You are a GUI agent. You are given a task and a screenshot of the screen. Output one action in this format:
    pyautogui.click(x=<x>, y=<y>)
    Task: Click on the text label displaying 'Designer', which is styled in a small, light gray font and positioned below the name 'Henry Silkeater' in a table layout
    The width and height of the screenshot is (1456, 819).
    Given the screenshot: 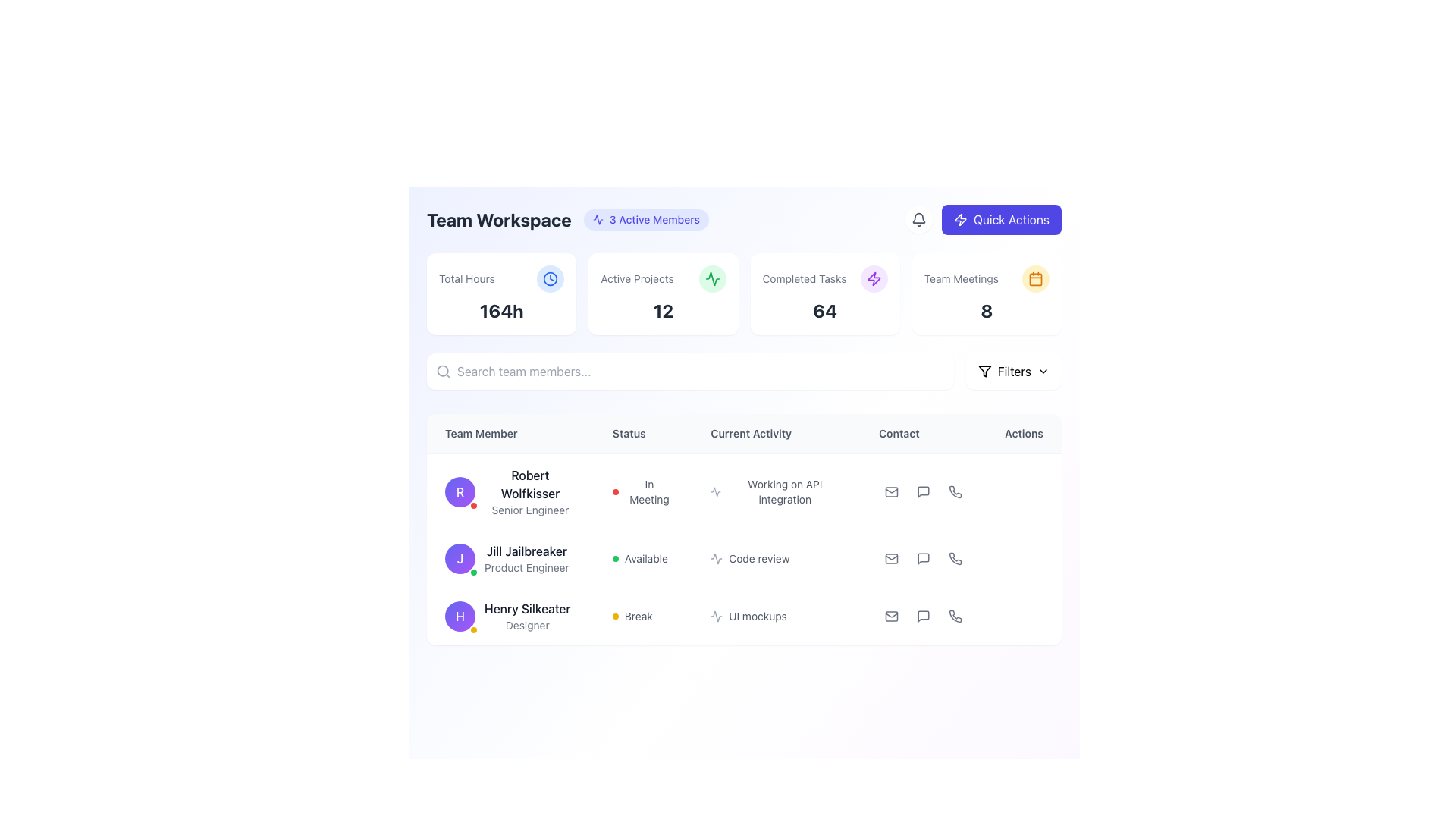 What is the action you would take?
    pyautogui.click(x=527, y=626)
    